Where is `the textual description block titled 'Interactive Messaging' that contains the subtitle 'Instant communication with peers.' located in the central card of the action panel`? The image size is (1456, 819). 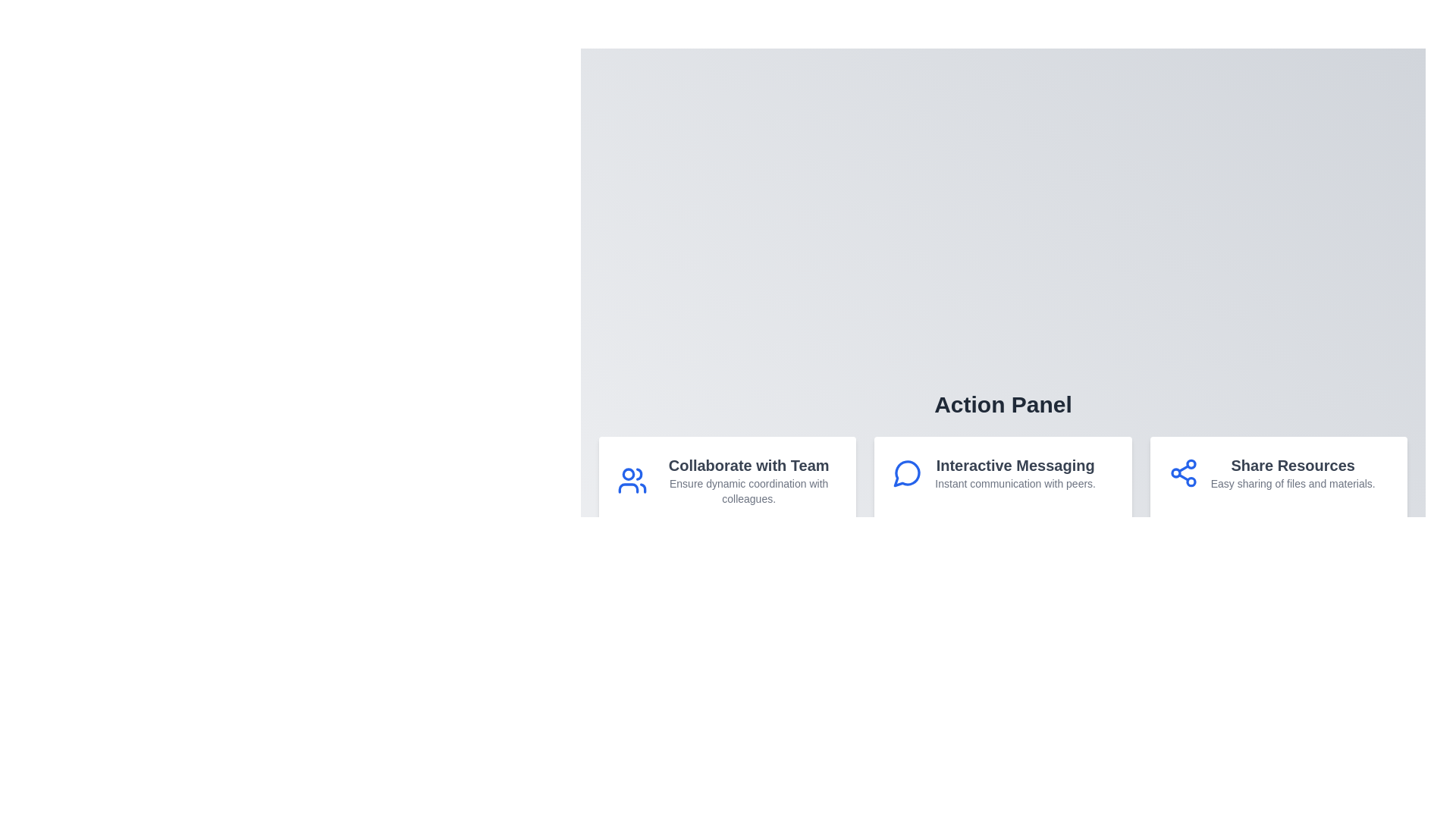 the textual description block titled 'Interactive Messaging' that contains the subtitle 'Instant communication with peers.' located in the central card of the action panel is located at coordinates (1015, 472).